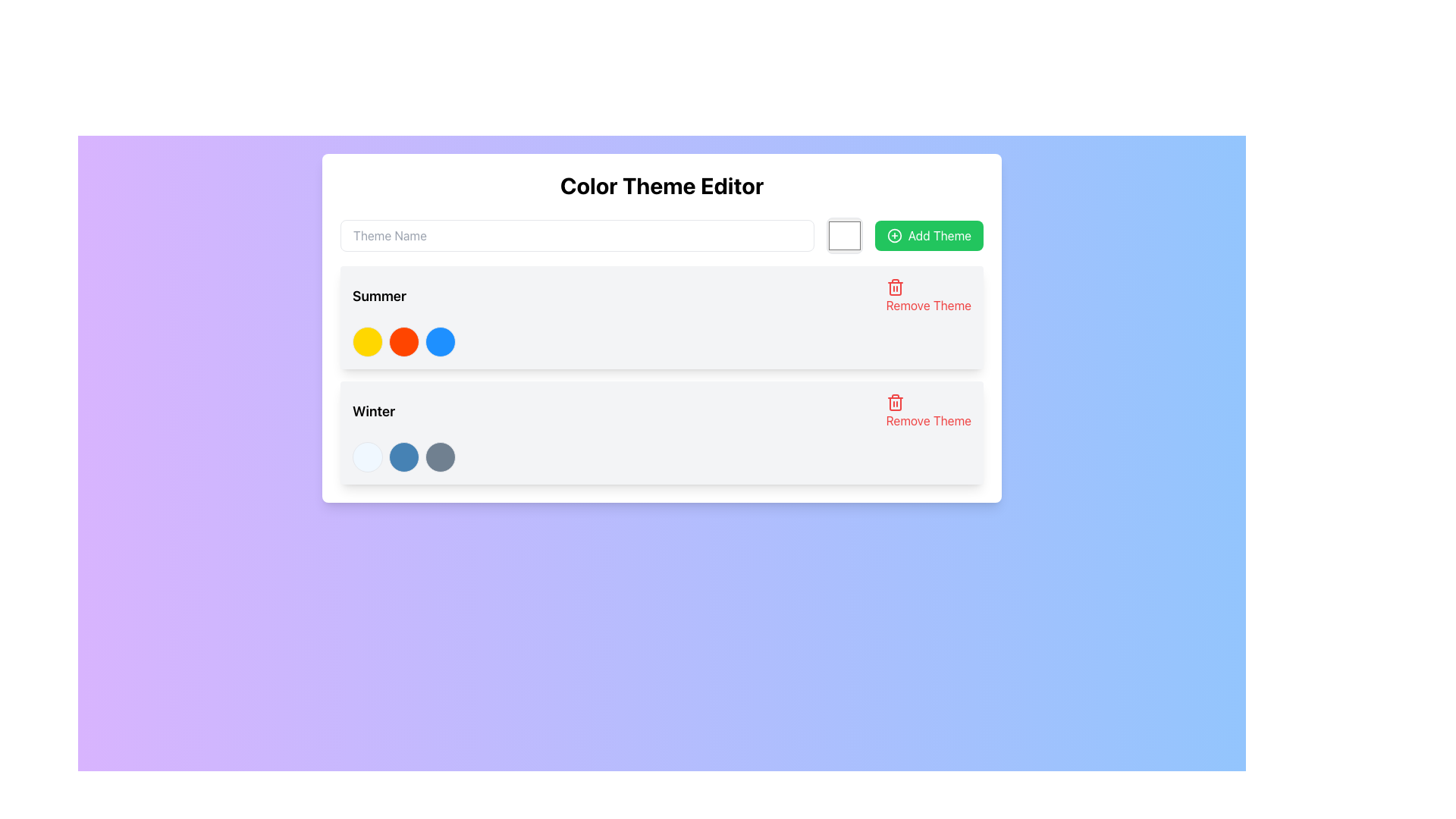  I want to click on the 'Add Theme' button located in the top-right section of the Color Theme Editor layout to initiate the process of creating a new theme, so click(928, 236).